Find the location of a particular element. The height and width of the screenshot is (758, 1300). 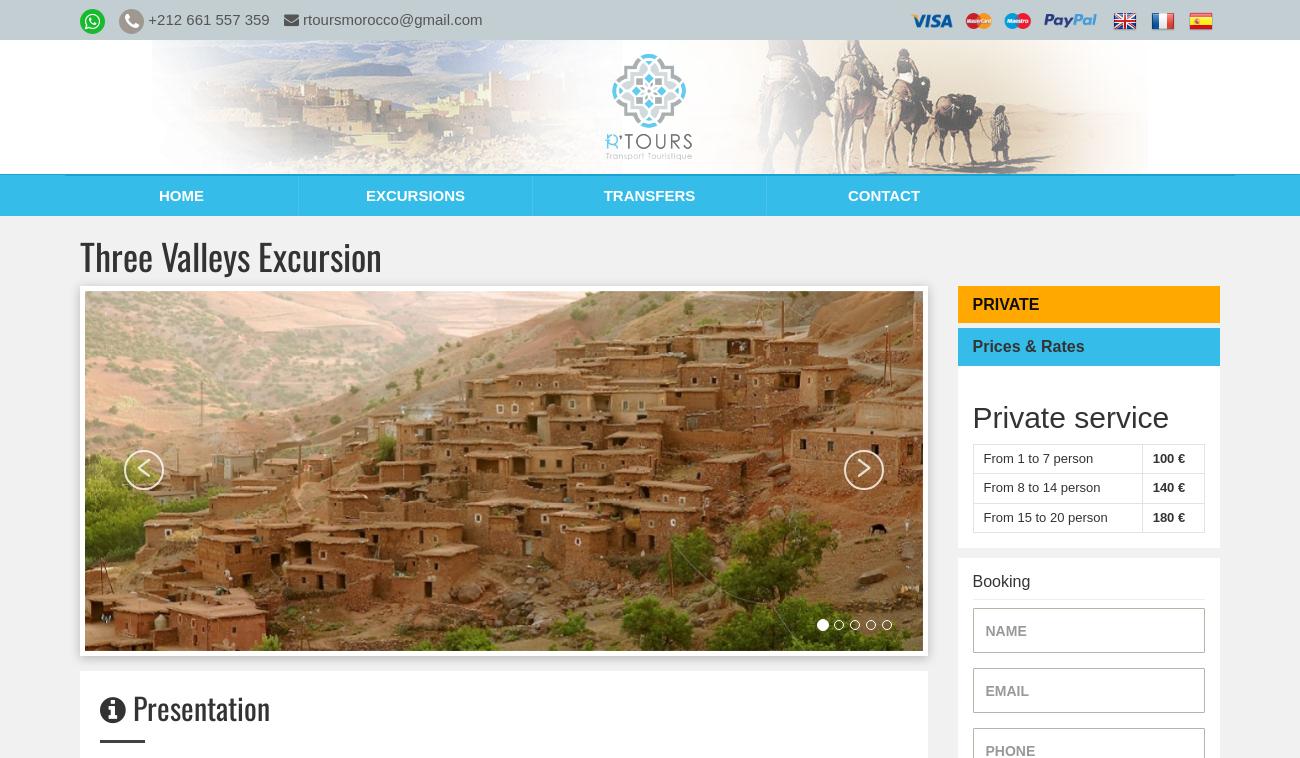

'Transfers' is located at coordinates (648, 195).